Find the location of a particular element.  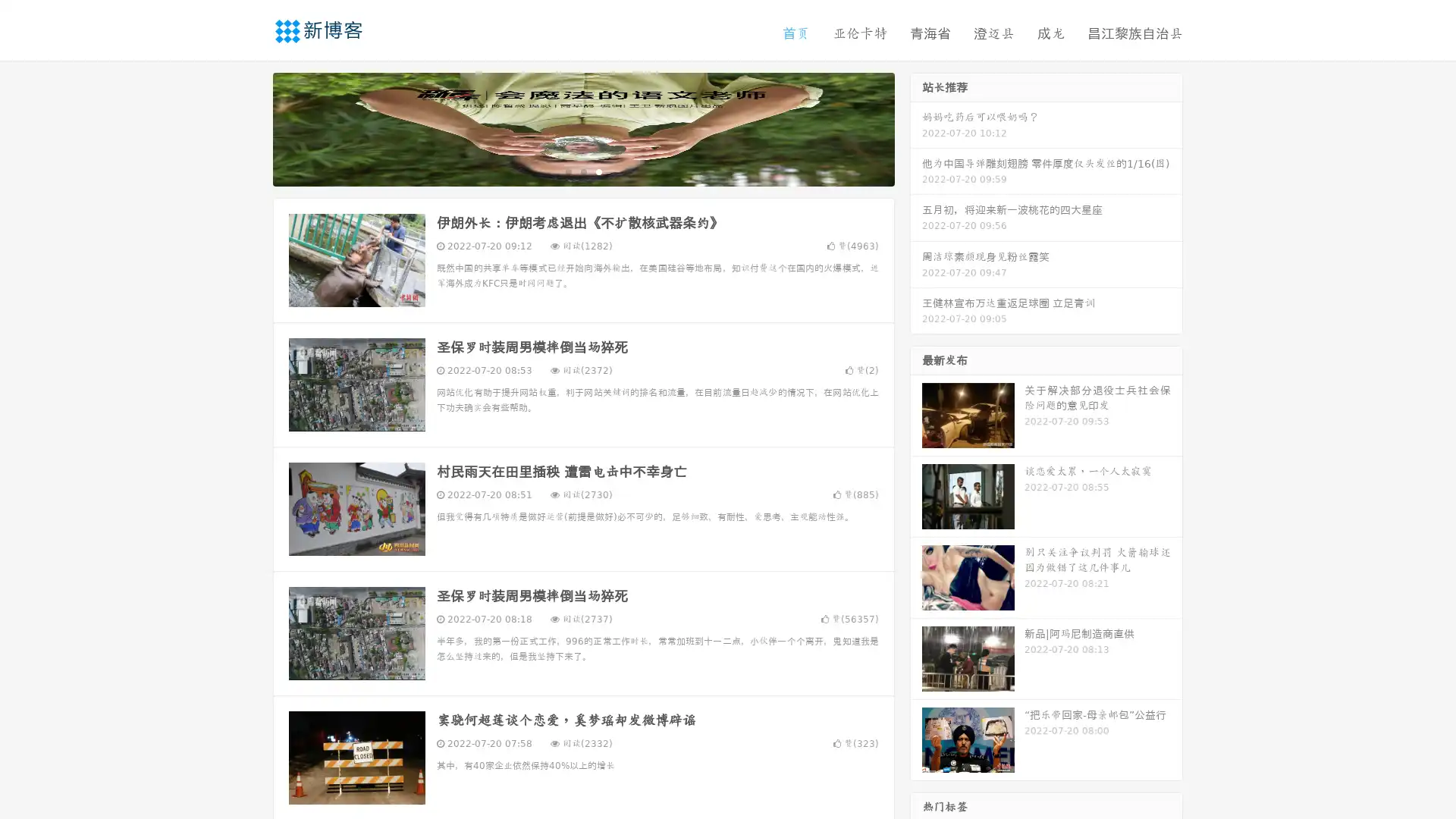

Go to slide 2 is located at coordinates (582, 171).